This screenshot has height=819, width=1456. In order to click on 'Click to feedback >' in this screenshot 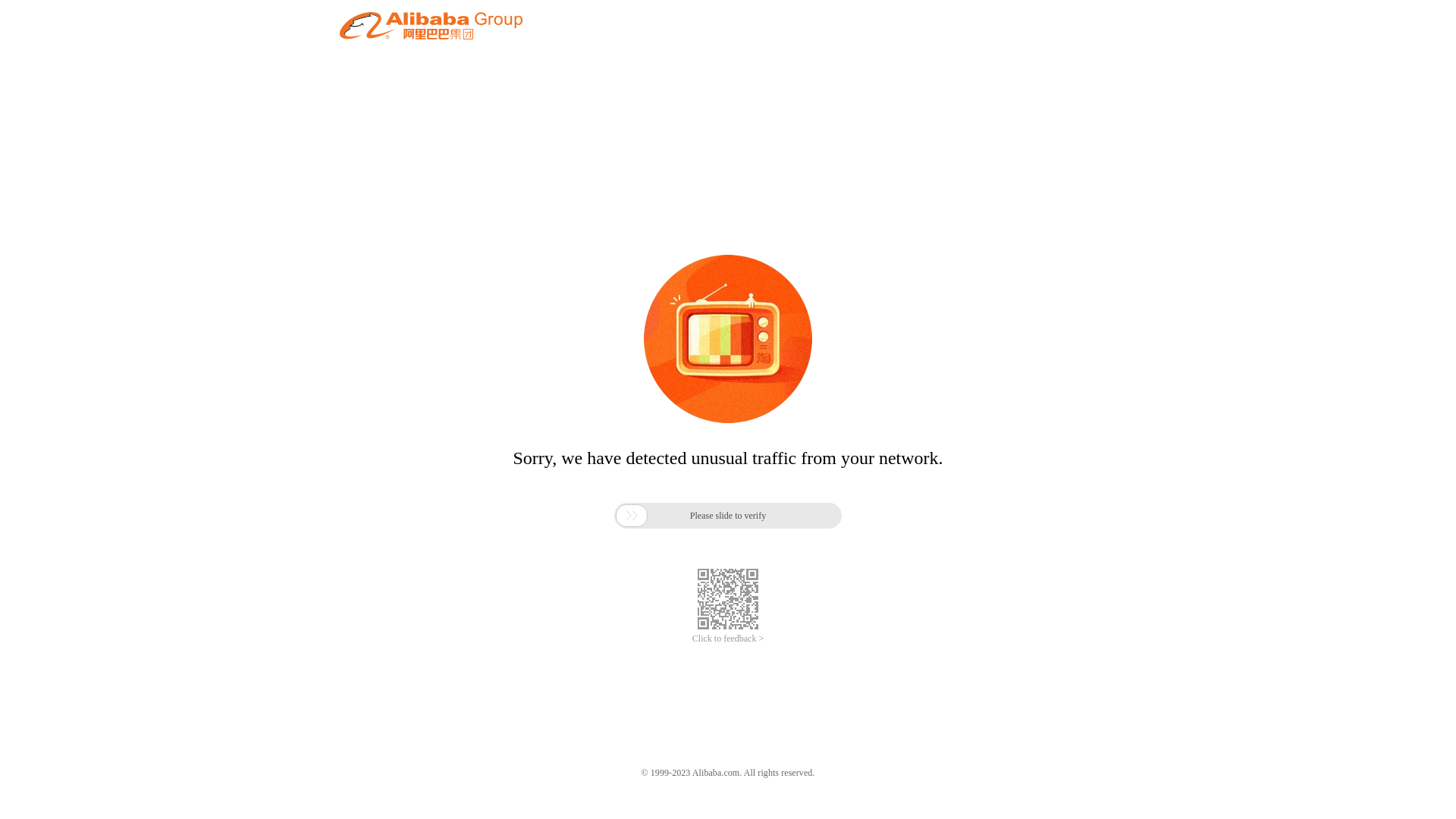, I will do `click(728, 639)`.